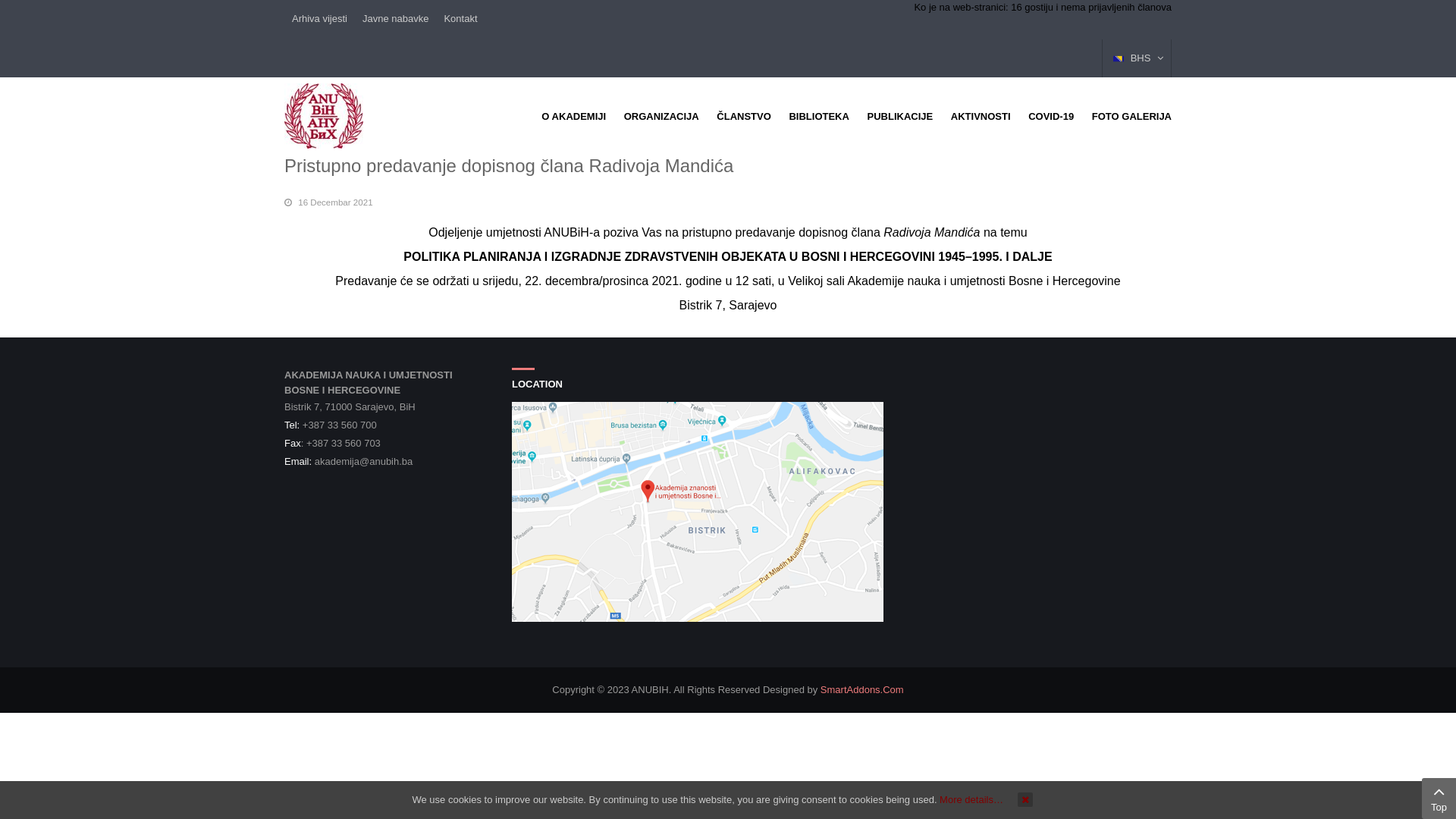  Describe the element at coordinates (981, 116) in the screenshot. I see `'AKTIVNOSTI'` at that location.